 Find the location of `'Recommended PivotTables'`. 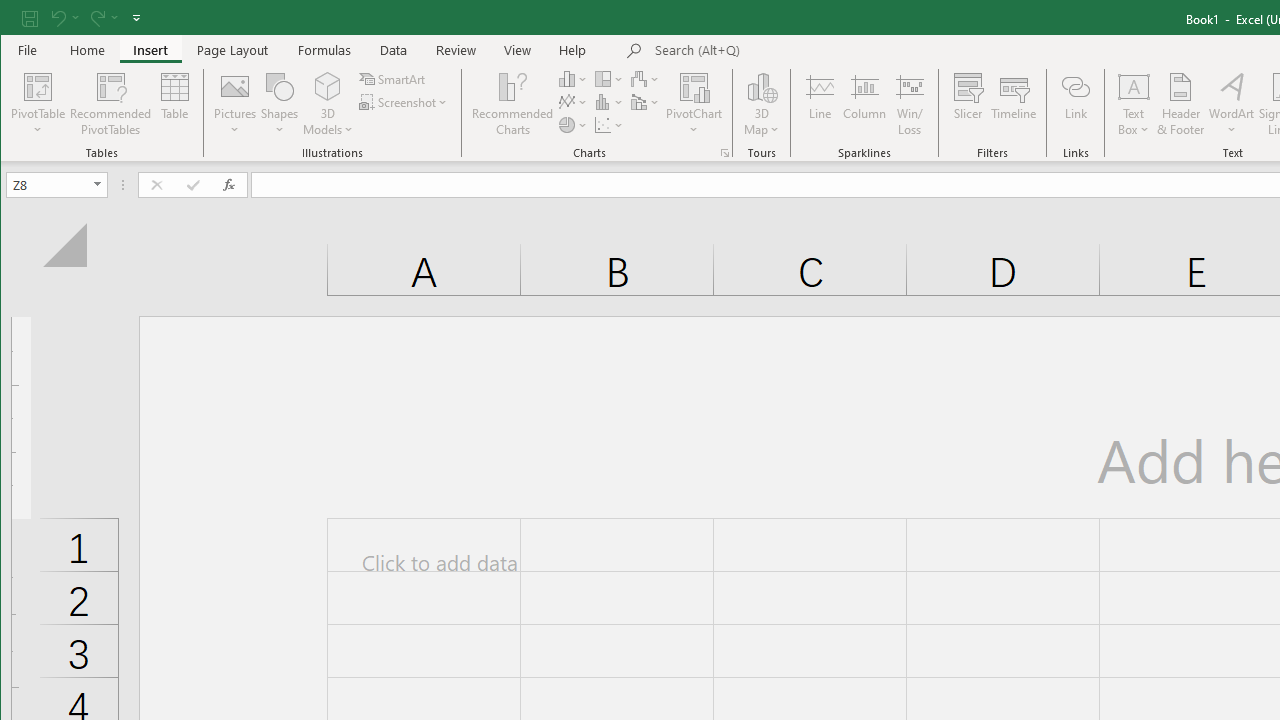

'Recommended PivotTables' is located at coordinates (109, 104).